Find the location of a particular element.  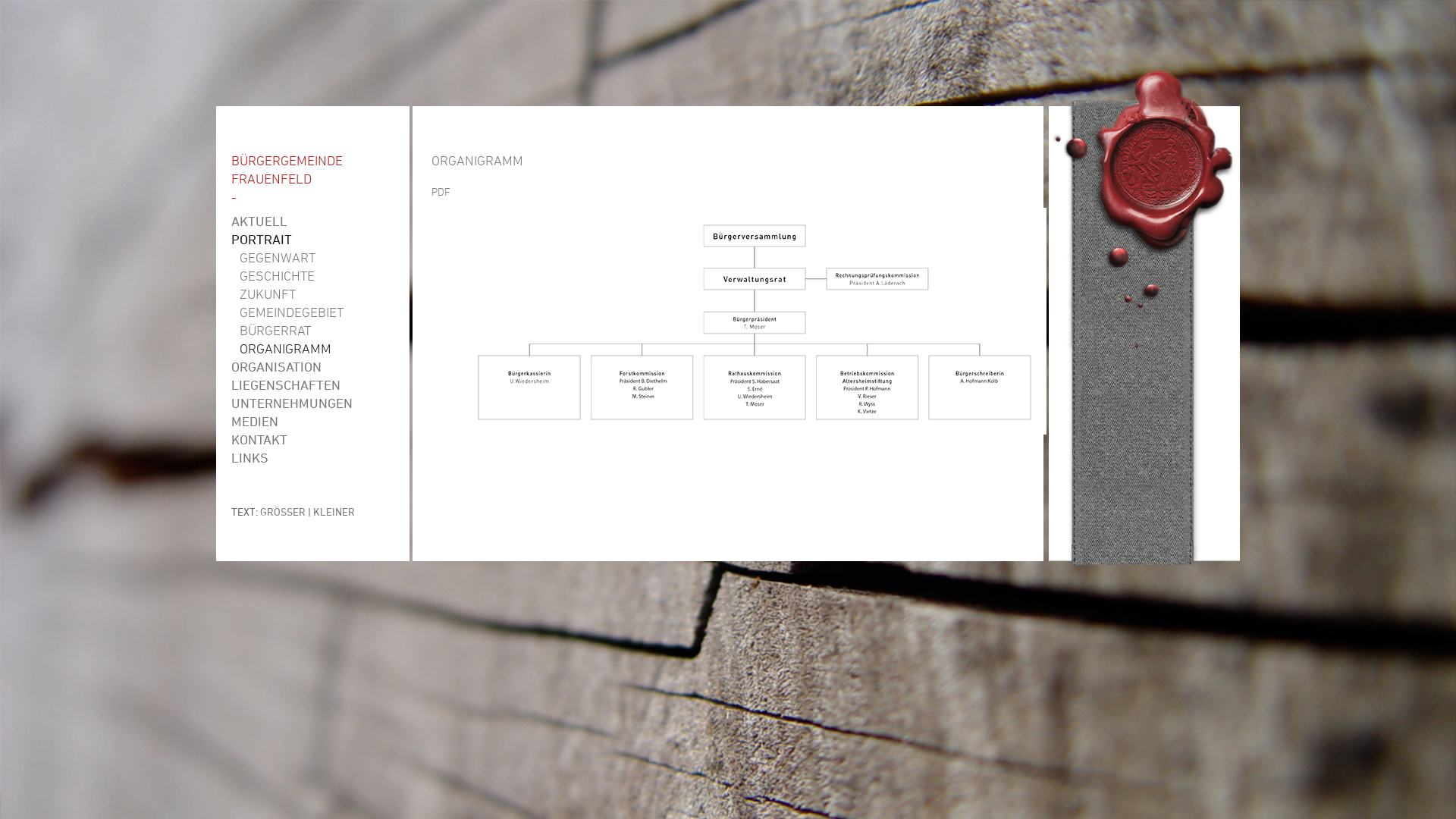

'KLEINER' is located at coordinates (333, 511).